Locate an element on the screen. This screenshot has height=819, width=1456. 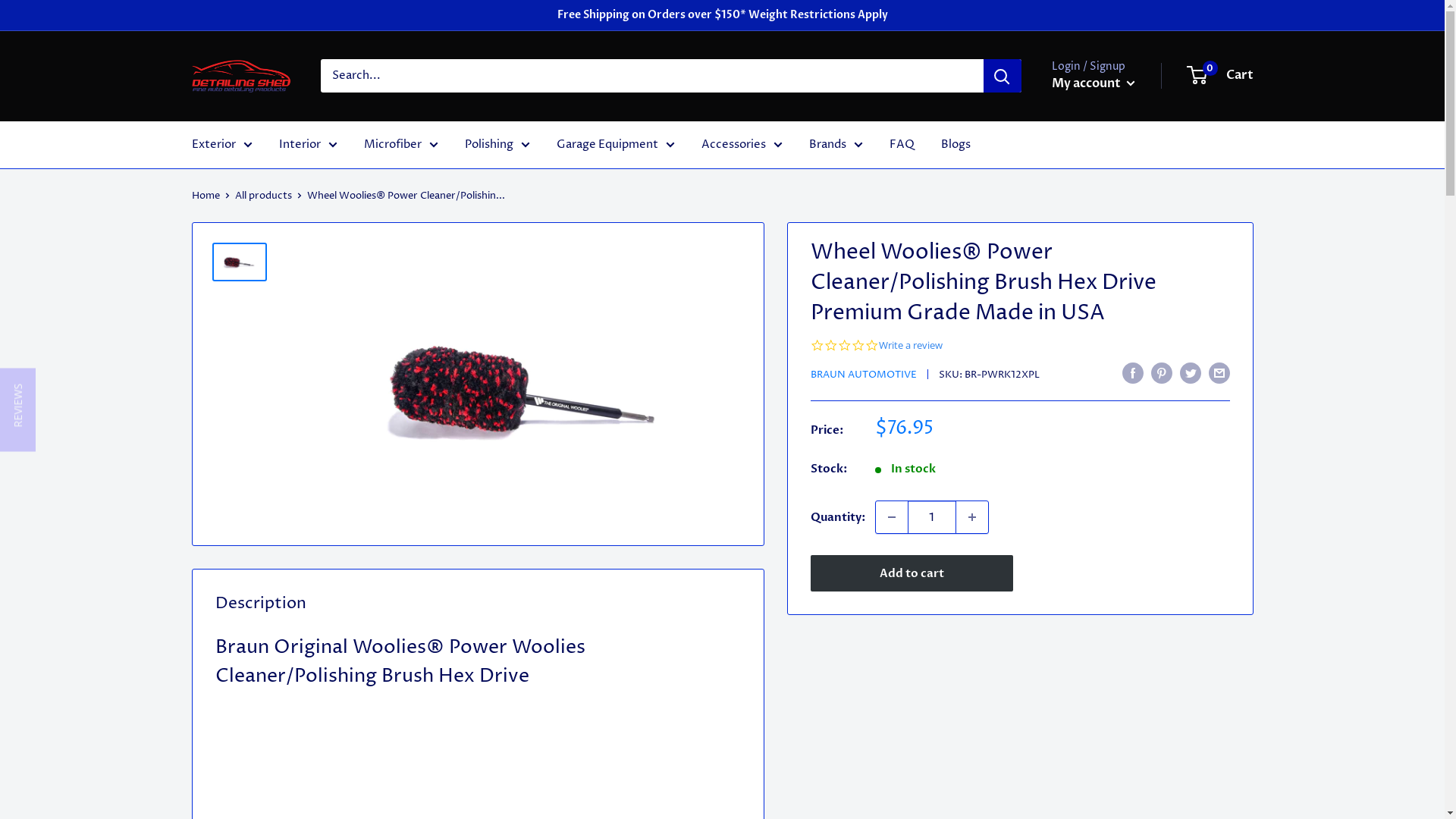
'Write a review' is located at coordinates (910, 345).